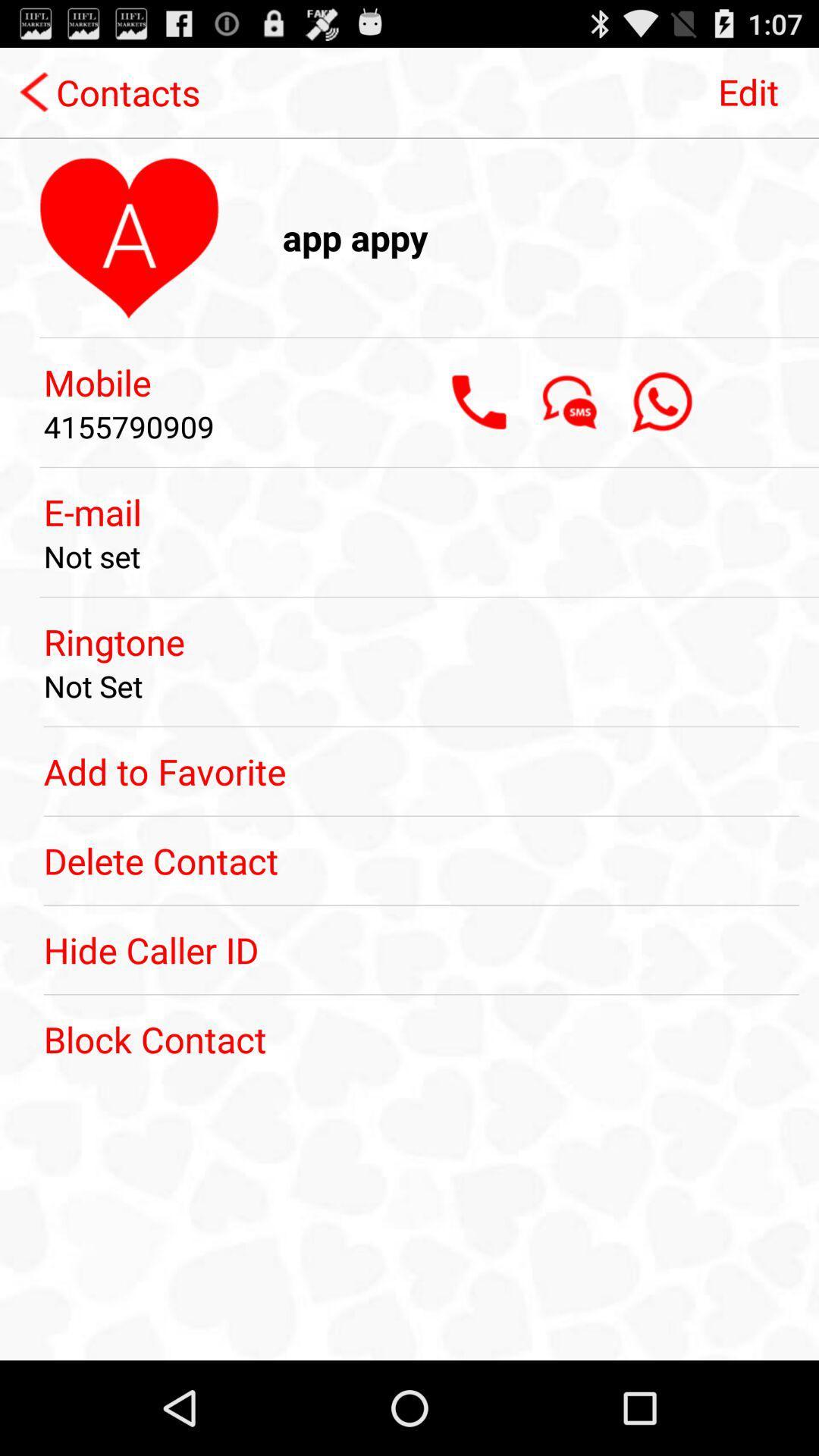 This screenshot has height=1456, width=819. I want to click on call number button, so click(479, 402).